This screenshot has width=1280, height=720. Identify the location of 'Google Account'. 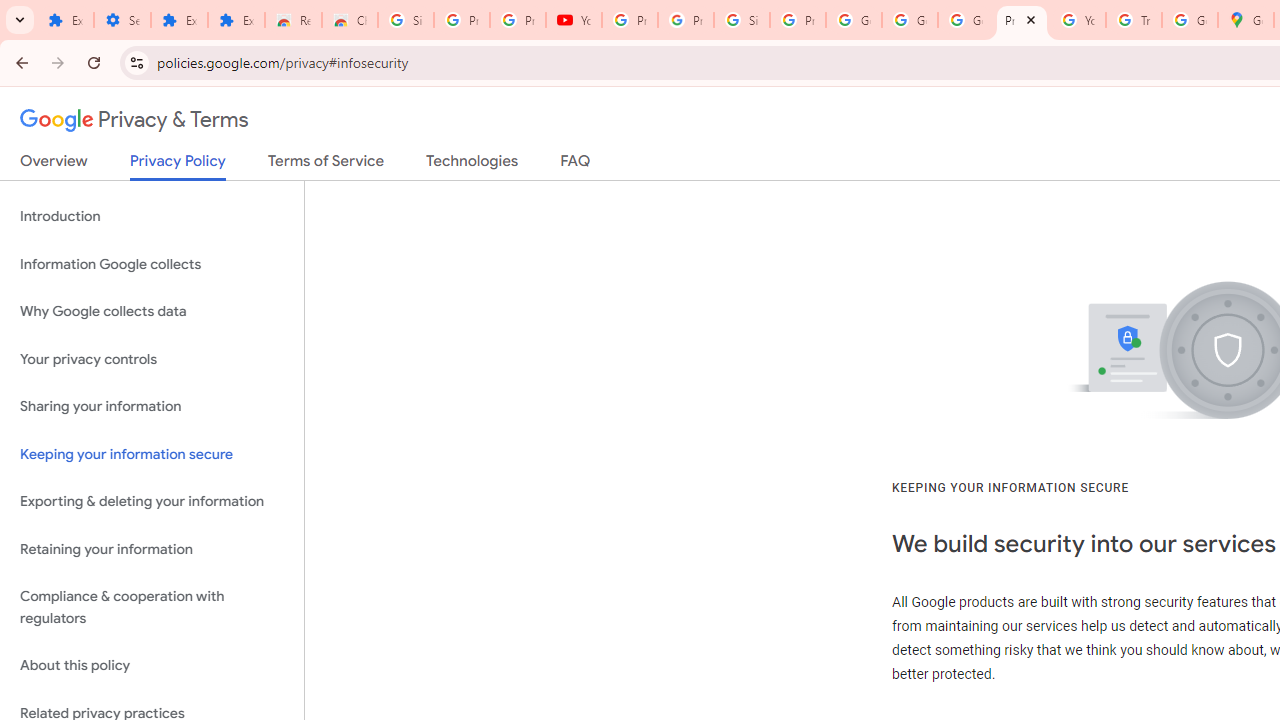
(853, 20).